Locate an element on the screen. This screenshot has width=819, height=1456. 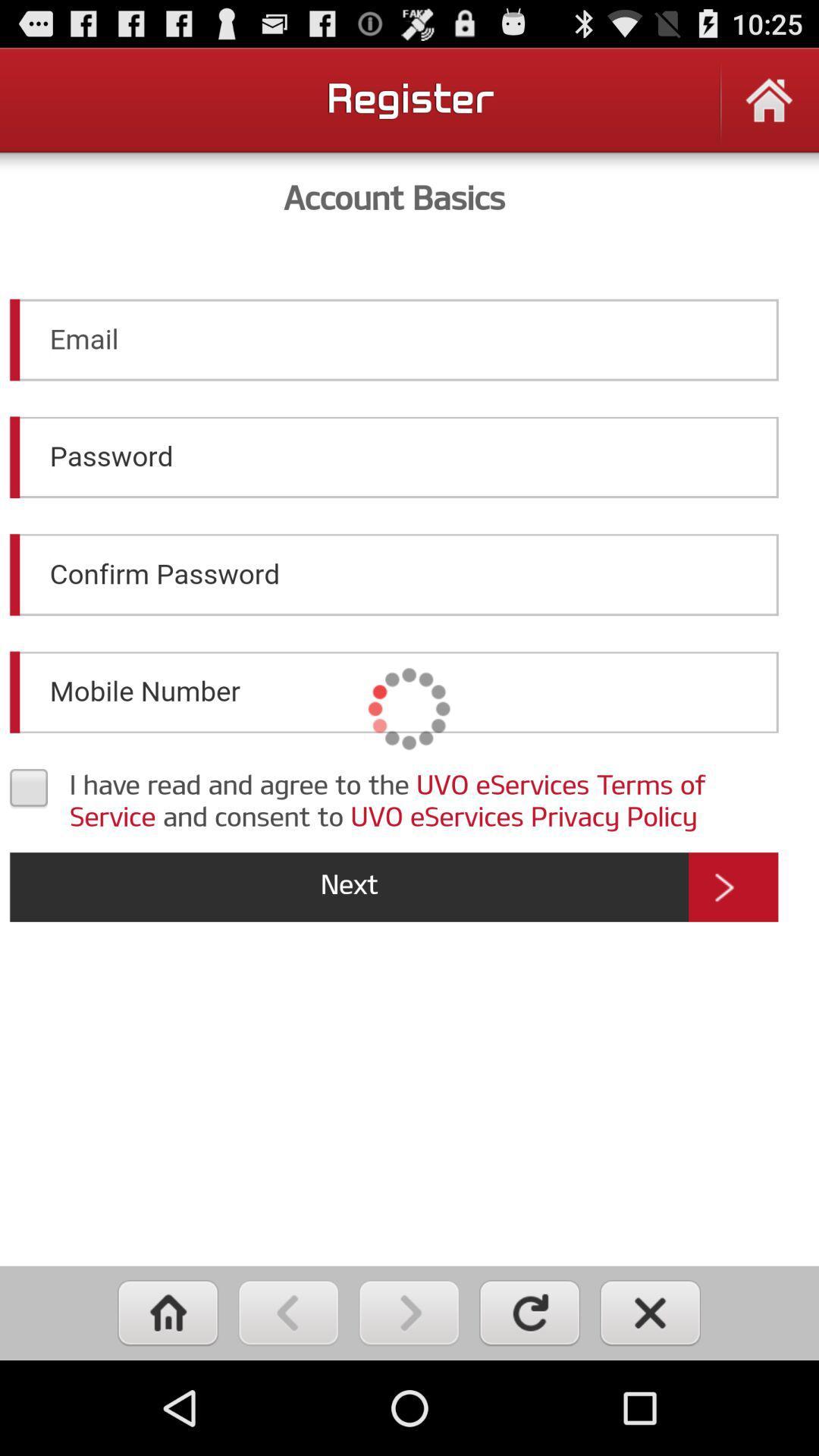
forward button on phone browser is located at coordinates (408, 1312).